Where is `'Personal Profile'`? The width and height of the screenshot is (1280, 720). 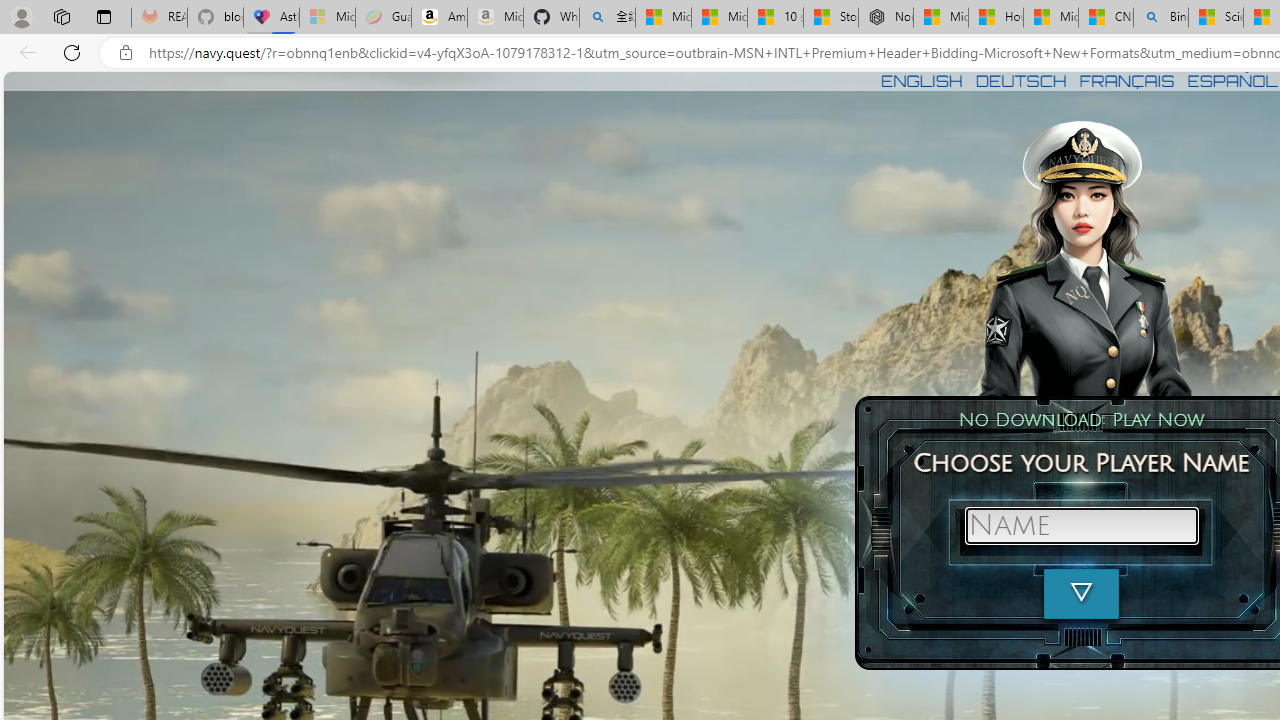 'Personal Profile' is located at coordinates (21, 16).